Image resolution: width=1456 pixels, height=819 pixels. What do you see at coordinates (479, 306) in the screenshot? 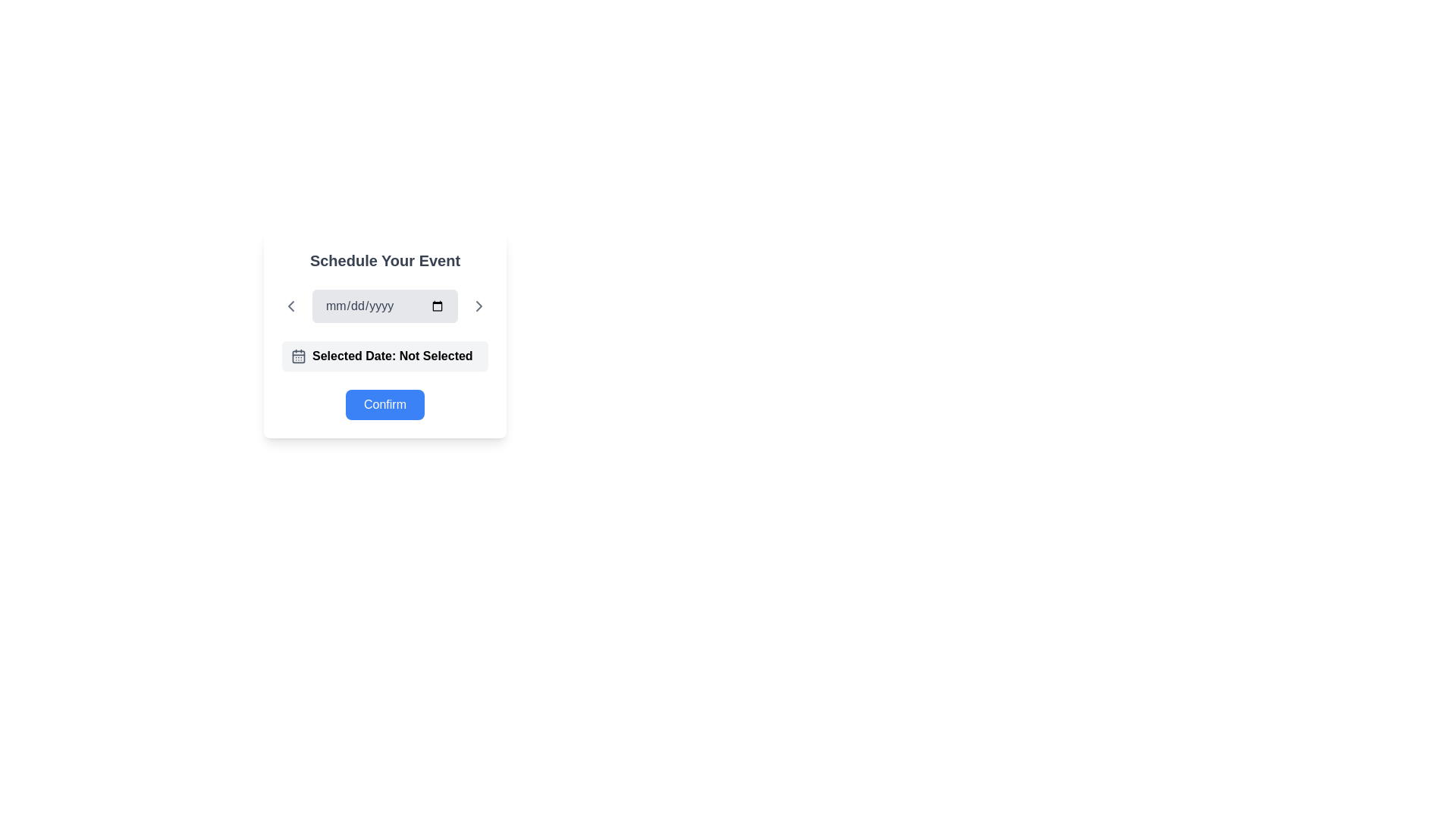
I see `the right-pointing arrow icon next to the date input box under the 'Schedule Your Event' section` at bounding box center [479, 306].